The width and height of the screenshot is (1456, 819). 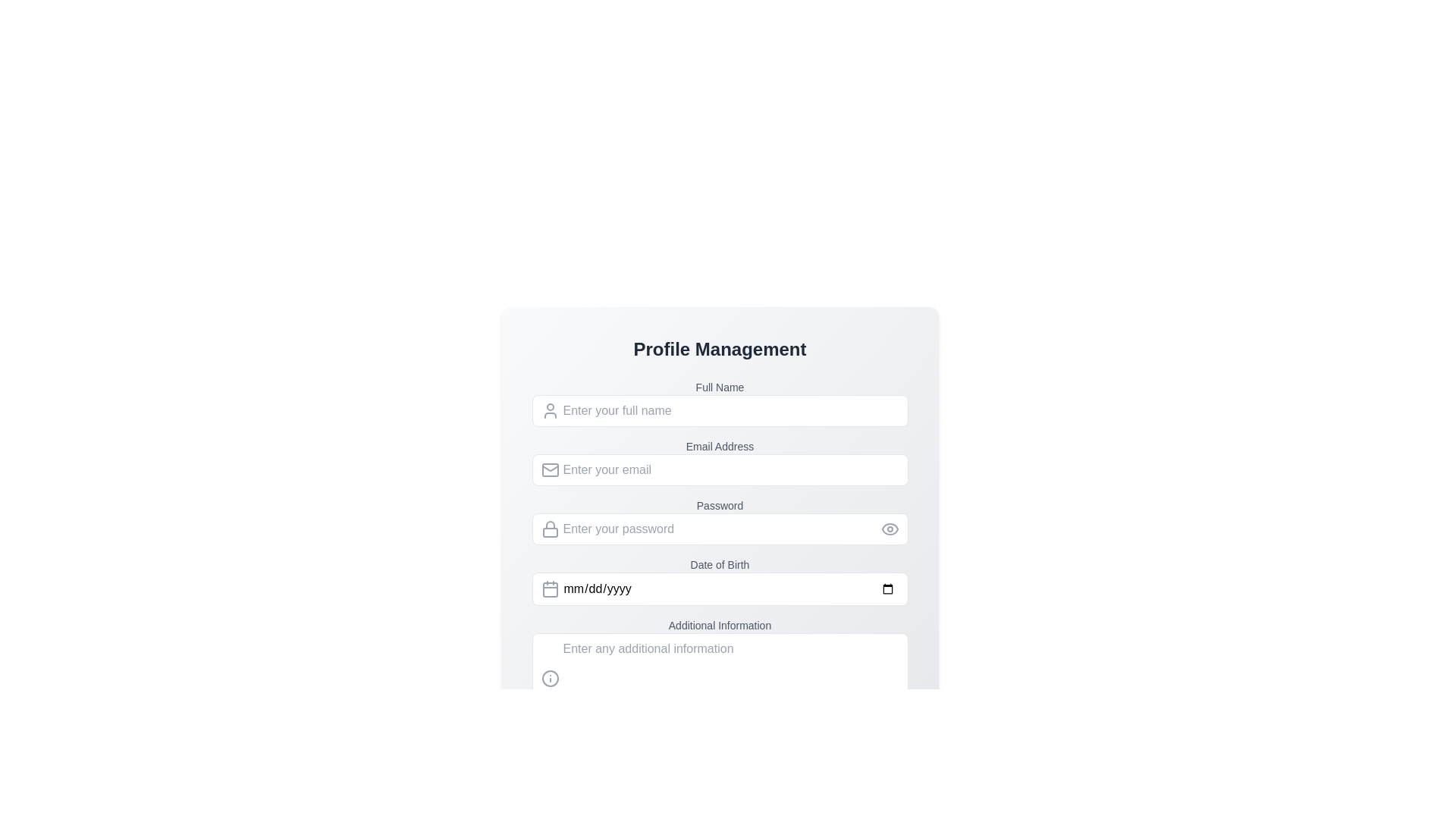 What do you see at coordinates (719, 573) in the screenshot?
I see `a date using the calendar picker adjacent to the Text input field for date of birth located in the fourth position of the form, below the 'Password' section` at bounding box center [719, 573].